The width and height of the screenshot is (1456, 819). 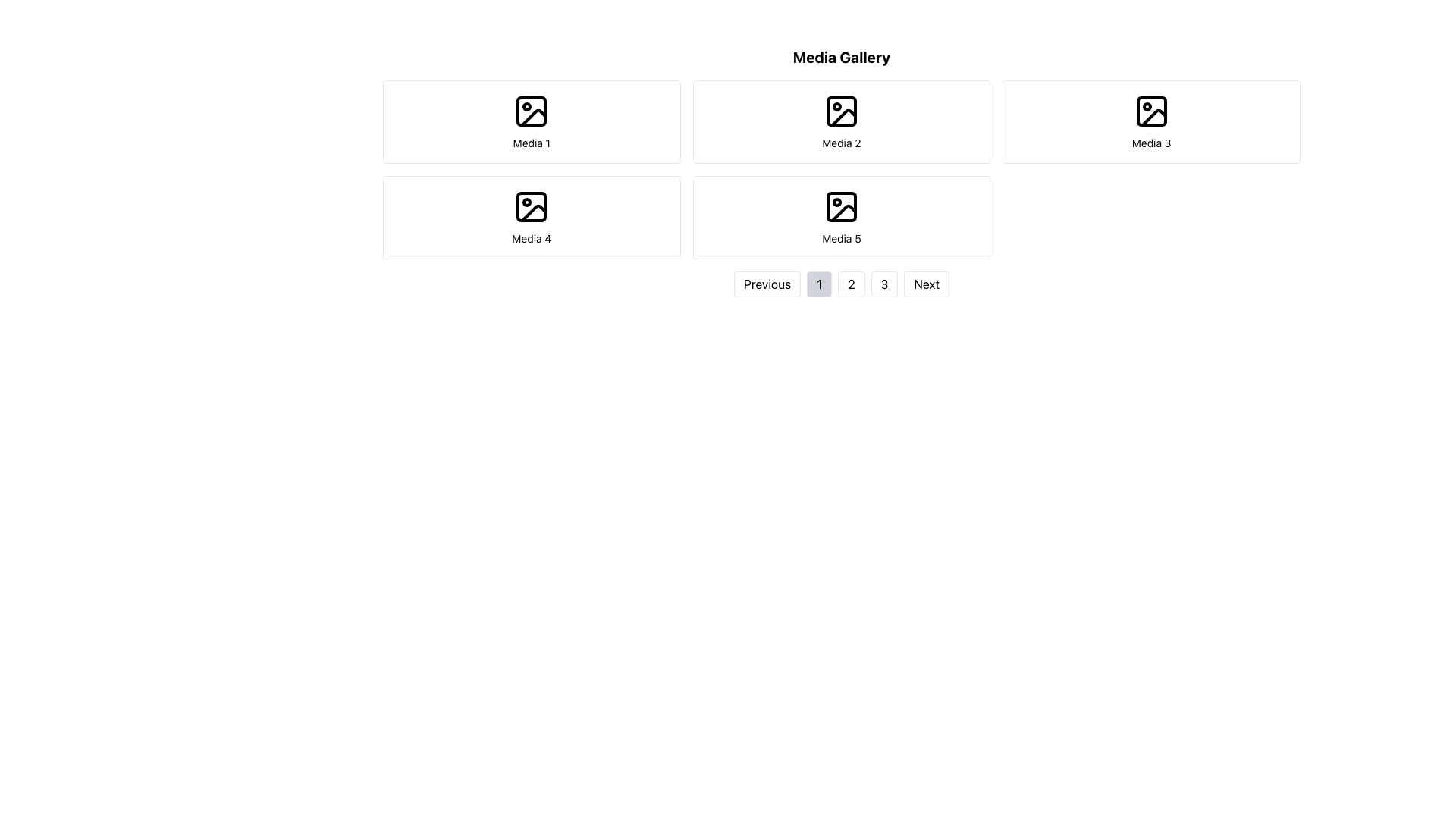 I want to click on the text label 'Media 1' located under the image icon in the first cell of the media gallery grid layout, so click(x=532, y=143).